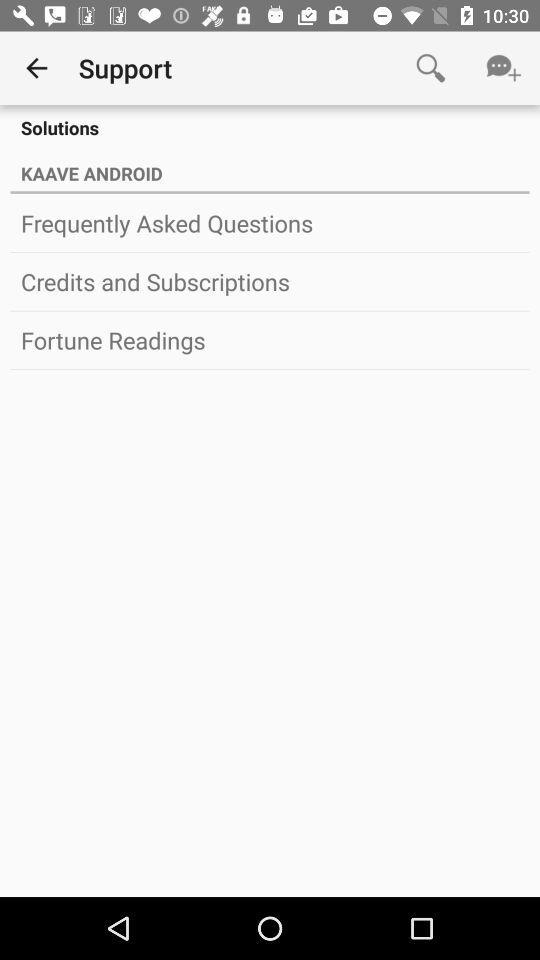  Describe the element at coordinates (270, 192) in the screenshot. I see `icon above the frequently asked questions` at that location.